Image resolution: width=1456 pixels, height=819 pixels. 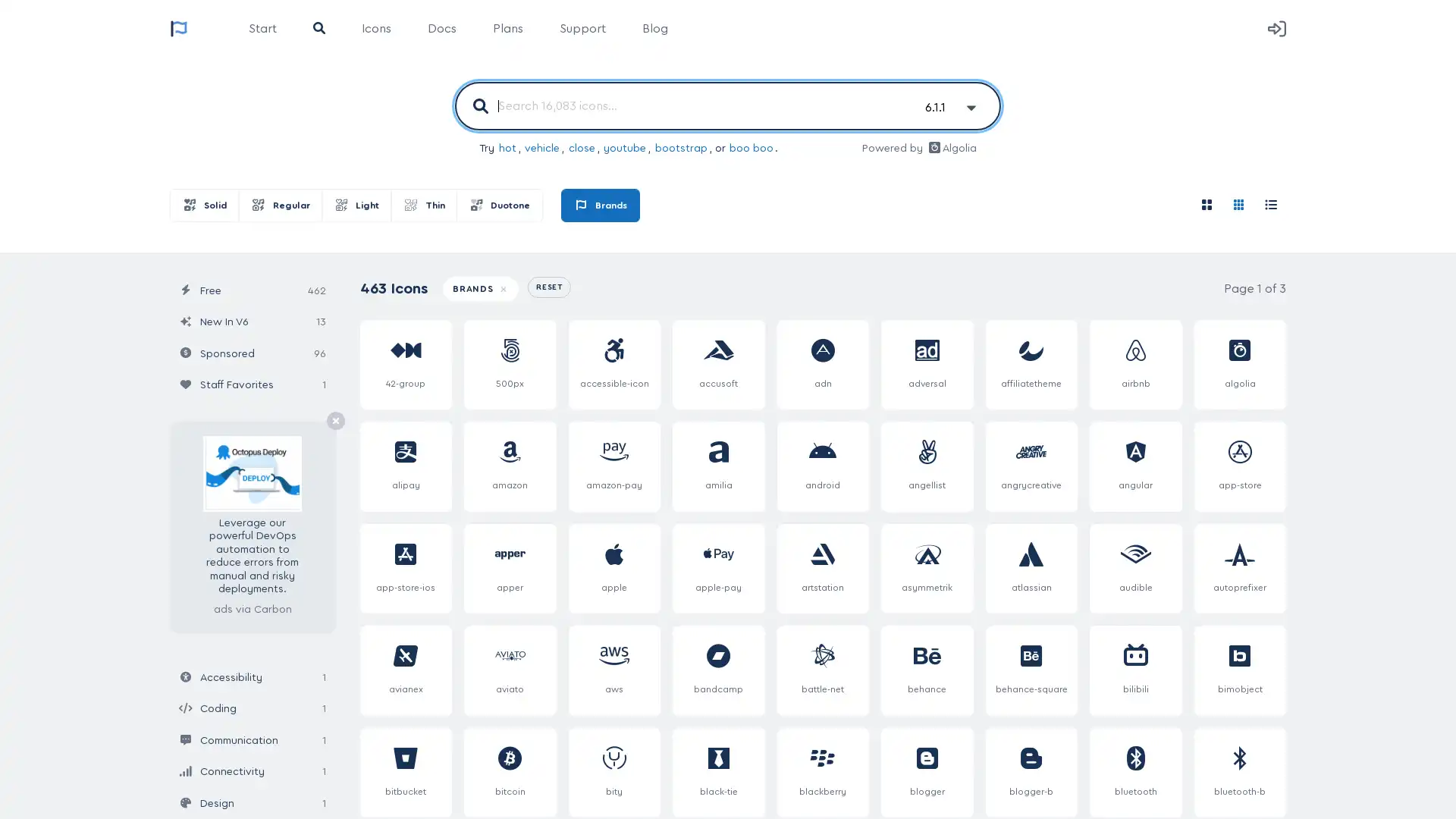 What do you see at coordinates (717, 475) in the screenshot?
I see `amilia` at bounding box center [717, 475].